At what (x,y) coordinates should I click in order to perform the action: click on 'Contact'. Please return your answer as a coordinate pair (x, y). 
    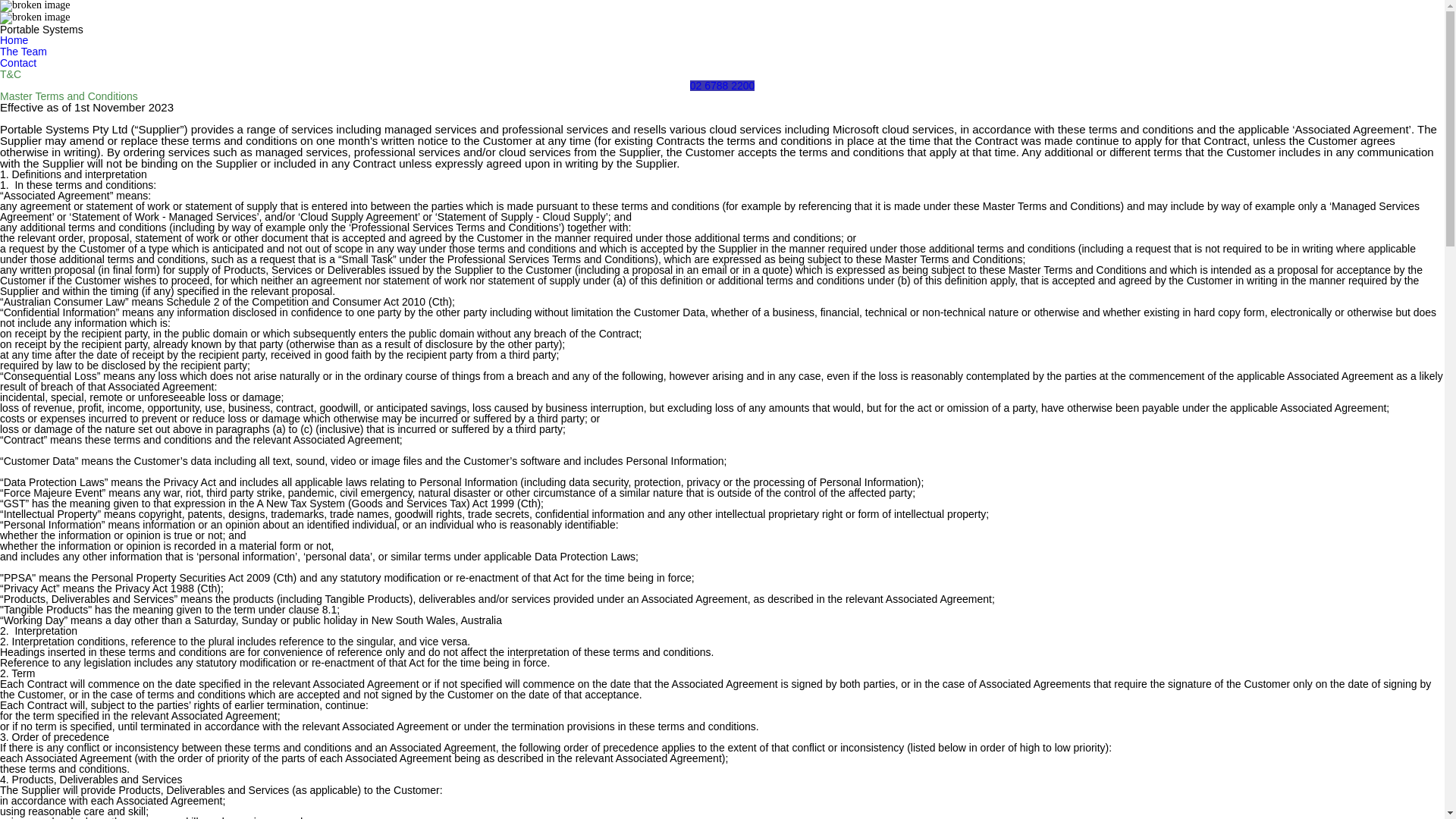
    Looking at the image, I should click on (18, 62).